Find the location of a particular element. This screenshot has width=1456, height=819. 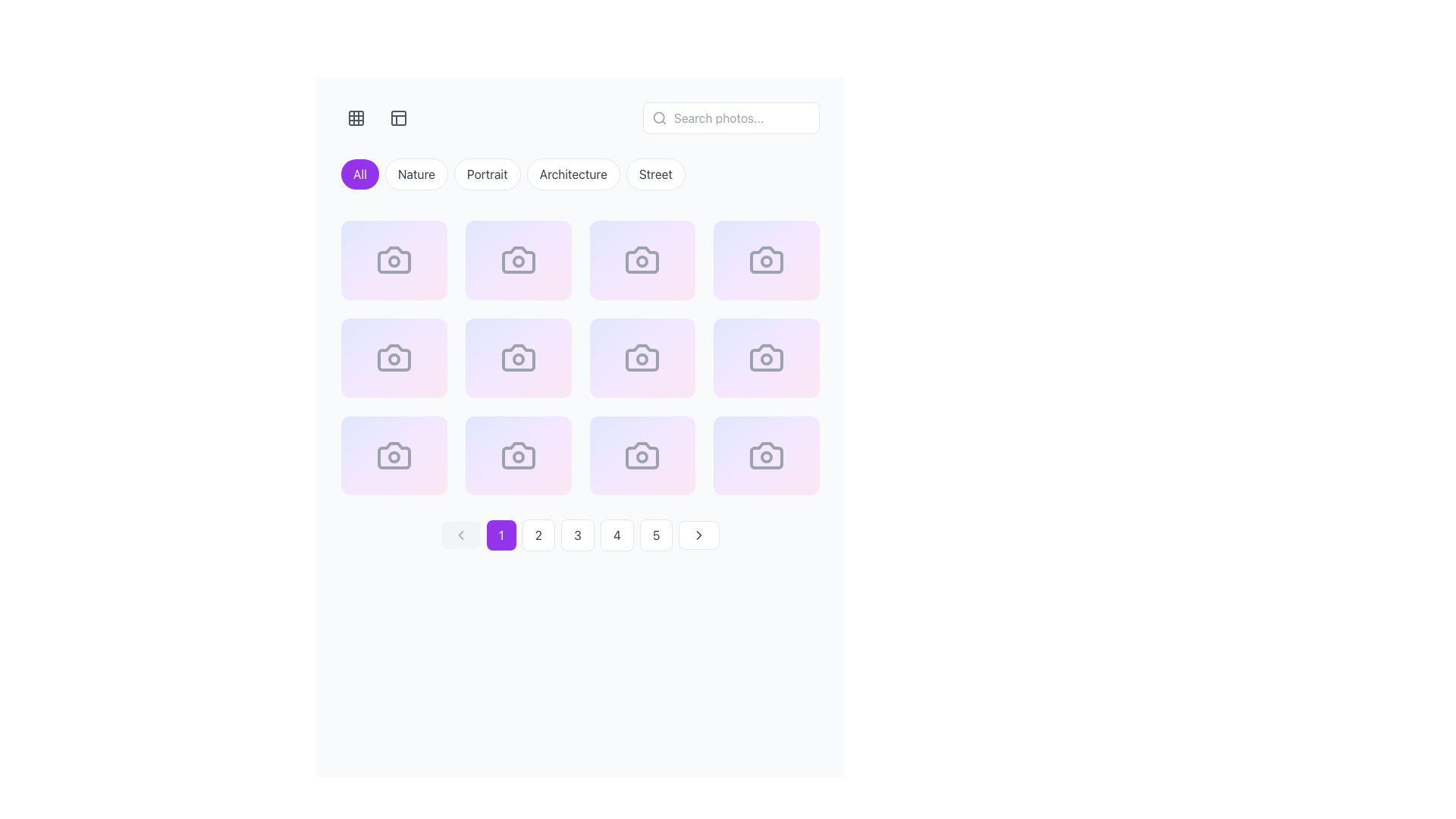

the Icon Button located in the upper-left region of the interface is located at coordinates (356, 117).